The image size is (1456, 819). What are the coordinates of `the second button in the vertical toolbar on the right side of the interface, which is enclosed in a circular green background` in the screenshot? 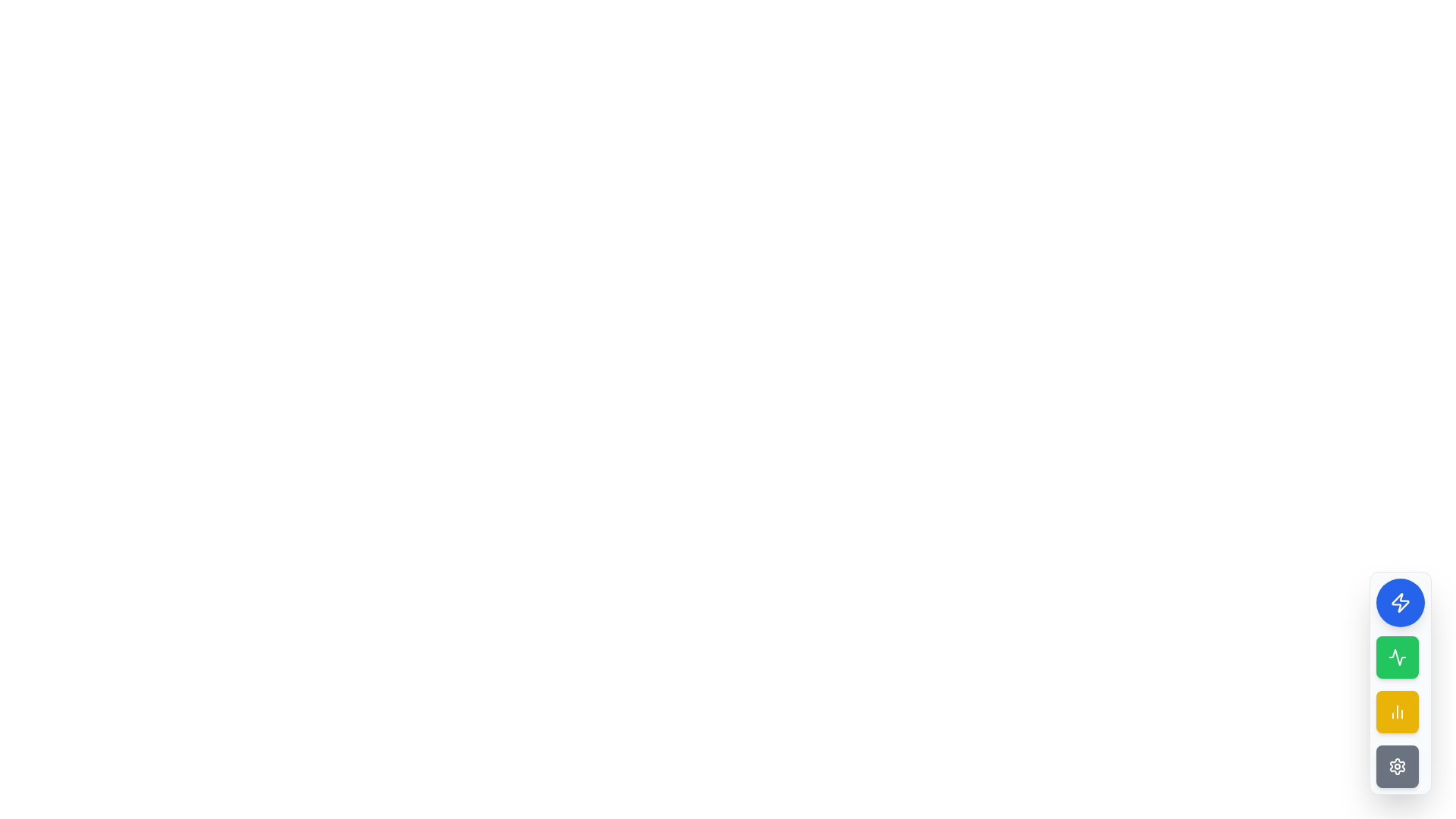 It's located at (1397, 657).